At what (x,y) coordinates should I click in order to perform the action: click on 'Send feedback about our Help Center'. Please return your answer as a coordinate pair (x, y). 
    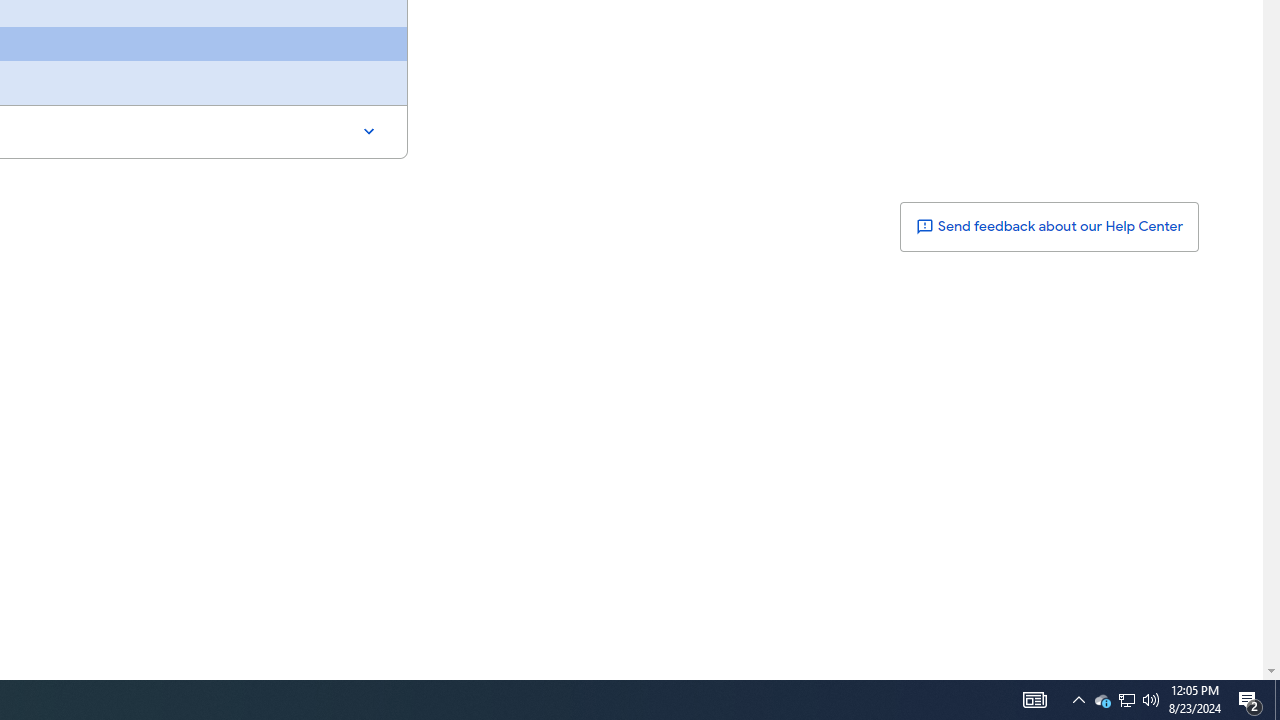
    Looking at the image, I should click on (1047, 226).